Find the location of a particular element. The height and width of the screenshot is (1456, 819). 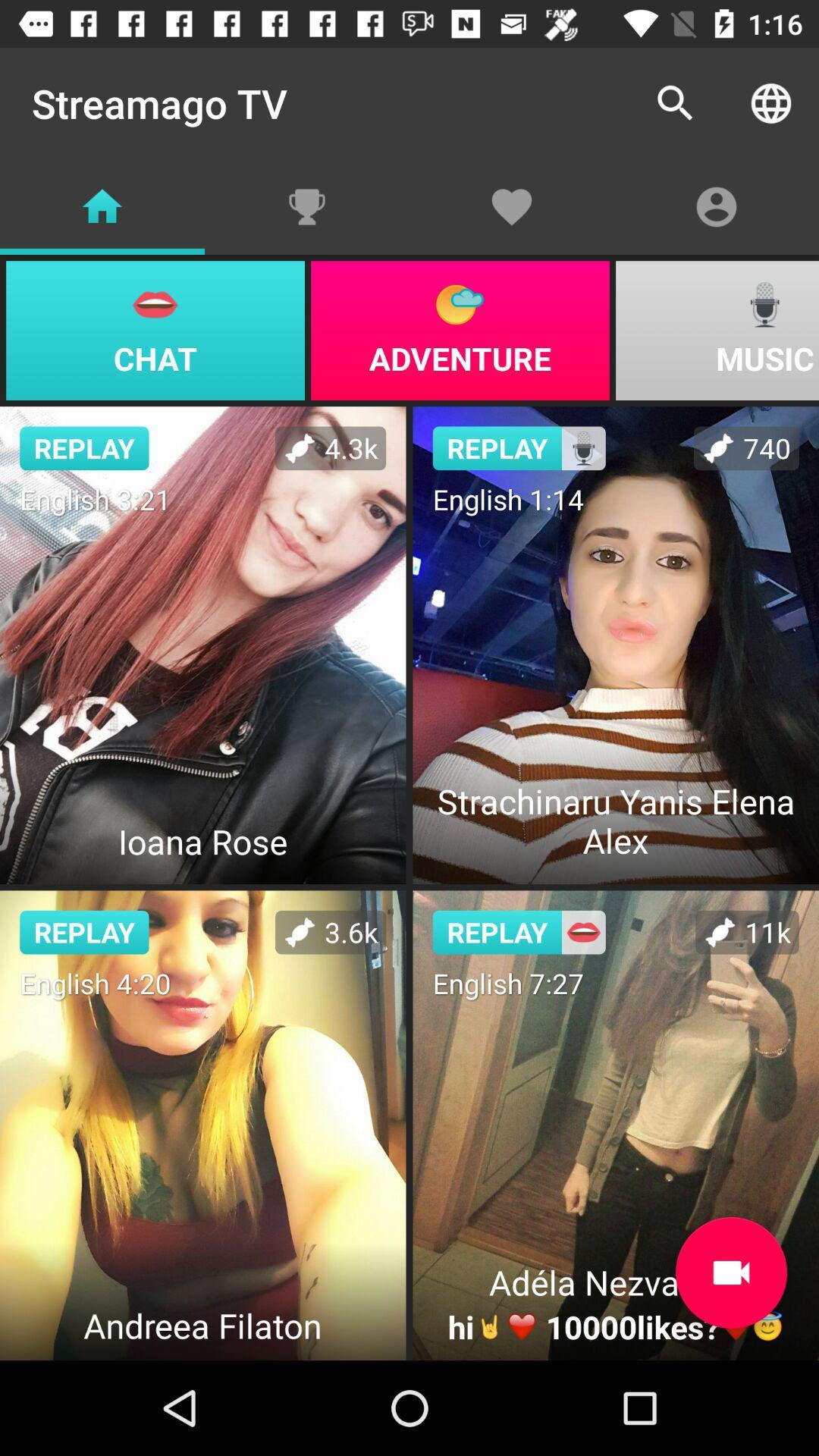

video record button is located at coordinates (730, 1272).